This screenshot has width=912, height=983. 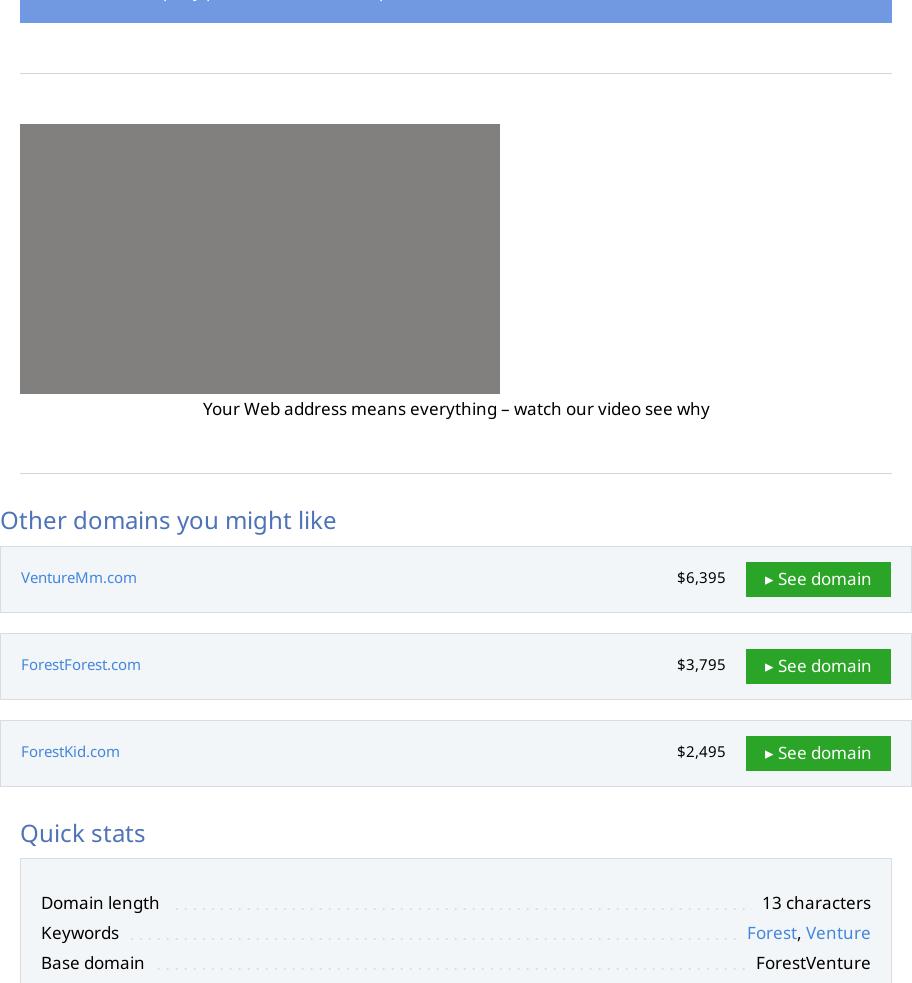 I want to click on 'ForestVenture', so click(x=812, y=961).